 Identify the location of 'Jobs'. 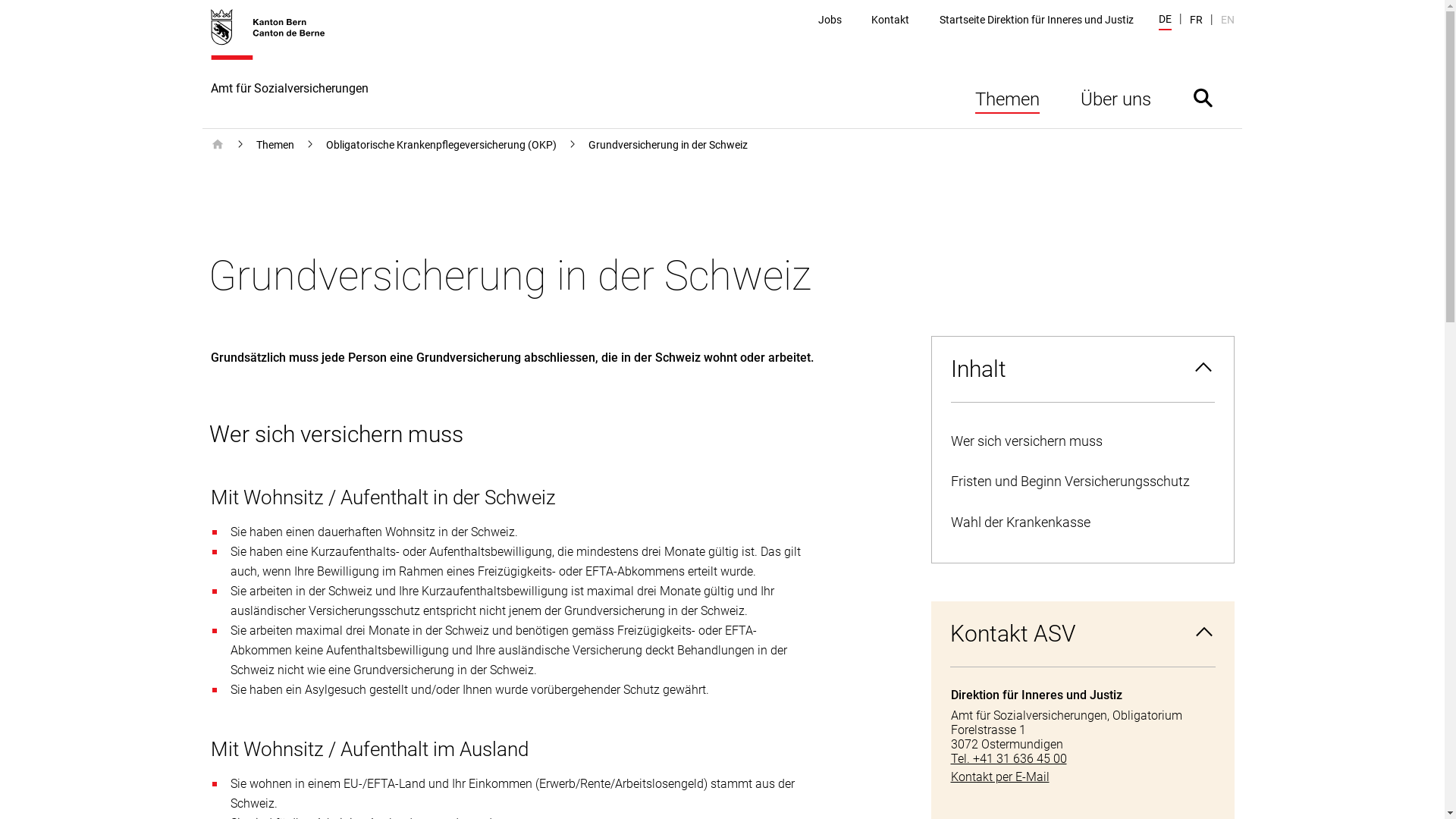
(817, 20).